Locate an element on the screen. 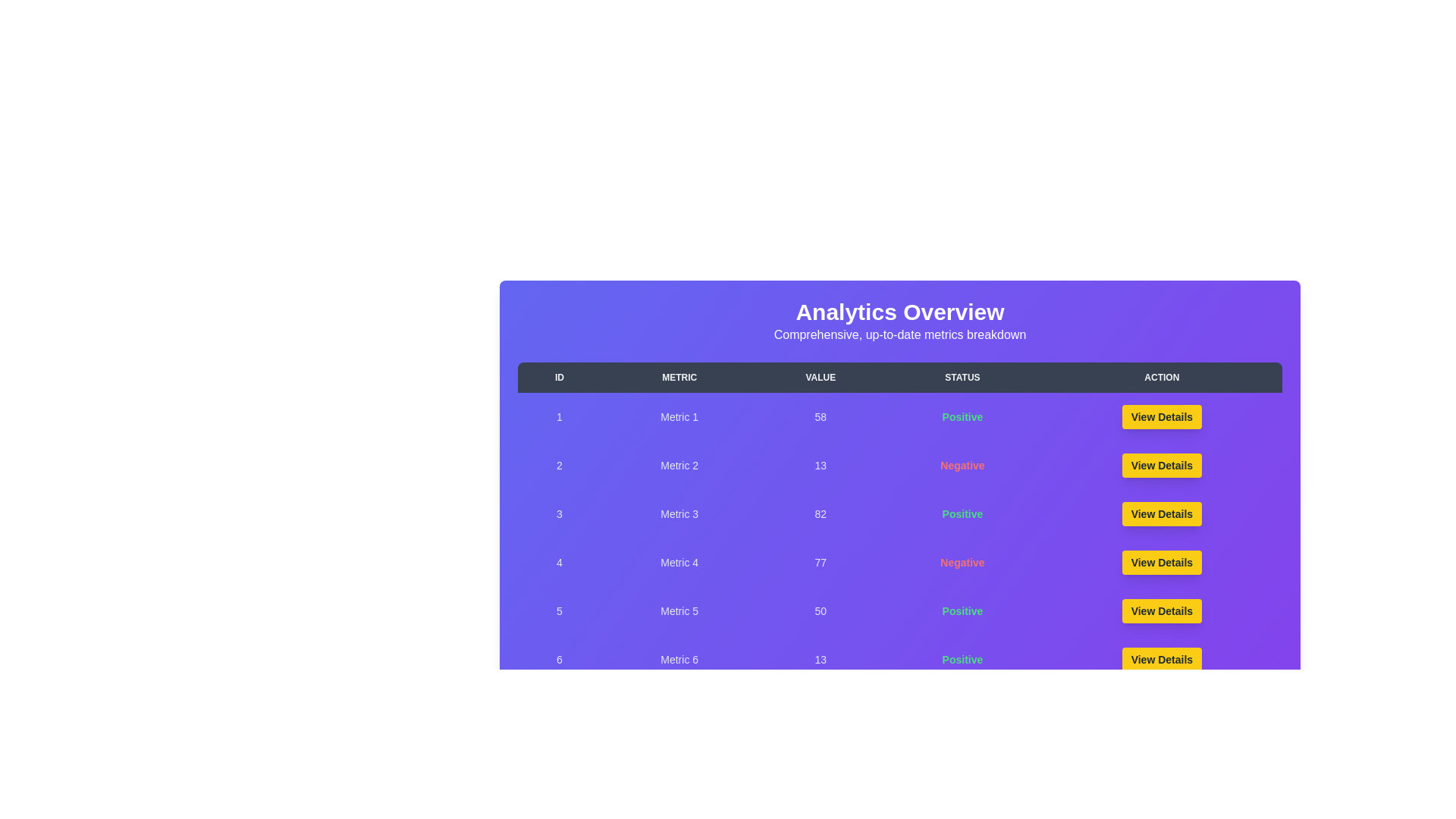 The width and height of the screenshot is (1456, 819). the row corresponding to 3 is located at coordinates (899, 513).